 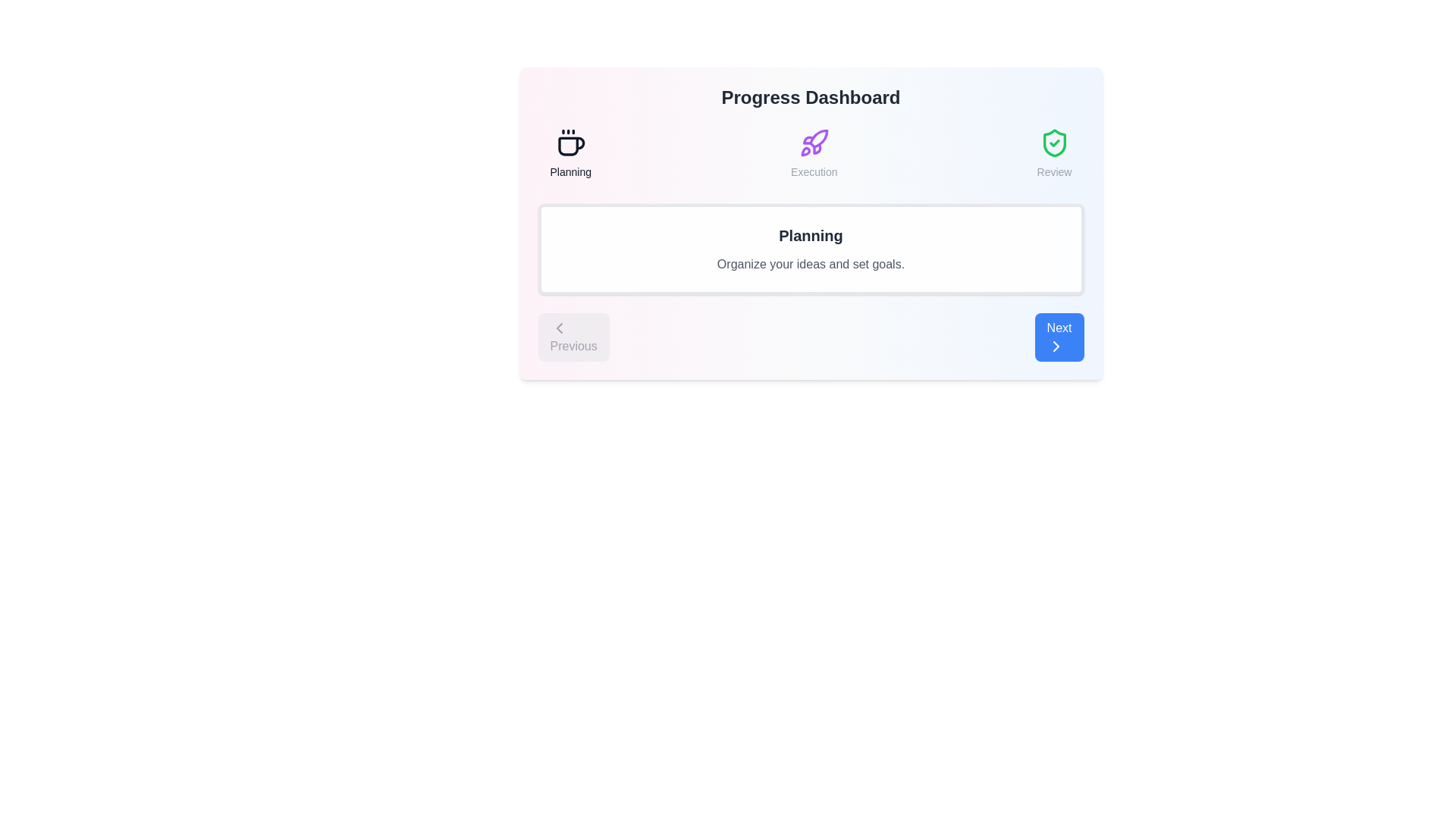 What do you see at coordinates (570, 154) in the screenshot?
I see `the stage icon to view its details. Specify the stage as Planning` at bounding box center [570, 154].